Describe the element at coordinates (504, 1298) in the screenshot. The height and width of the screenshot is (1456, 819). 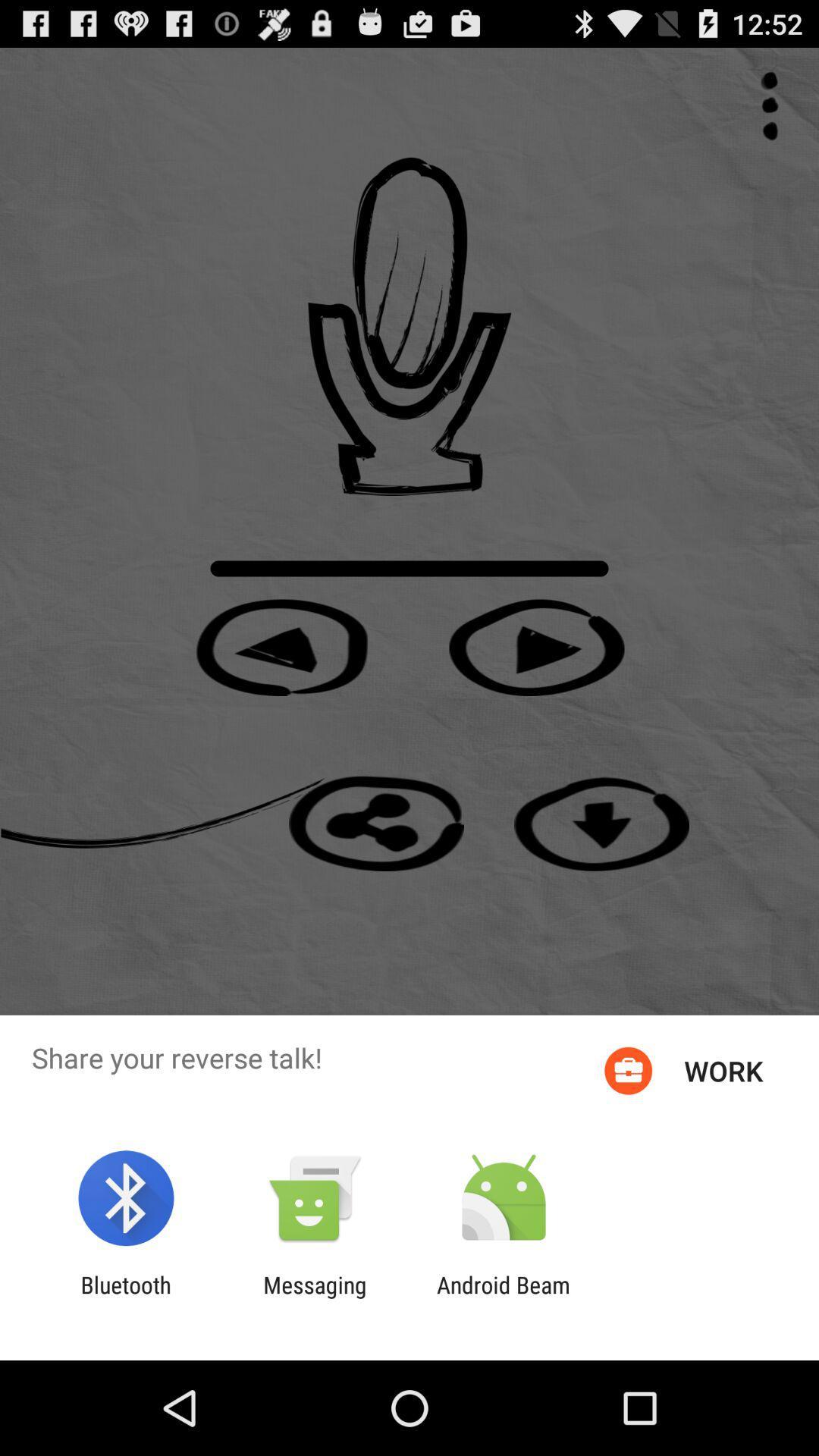
I see `icon to the right of messaging icon` at that location.